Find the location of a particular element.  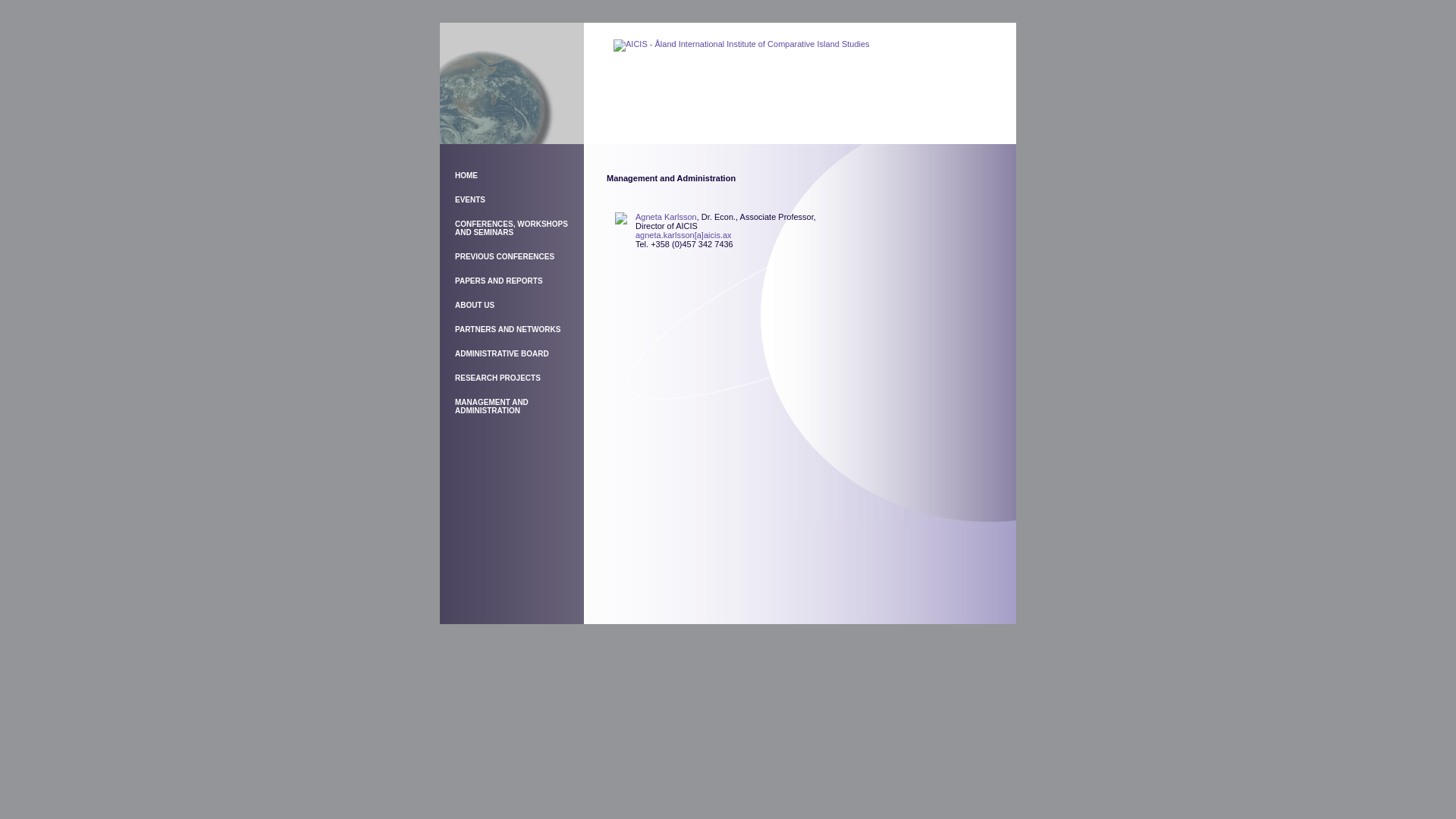

'ABOUT US' is located at coordinates (473, 305).